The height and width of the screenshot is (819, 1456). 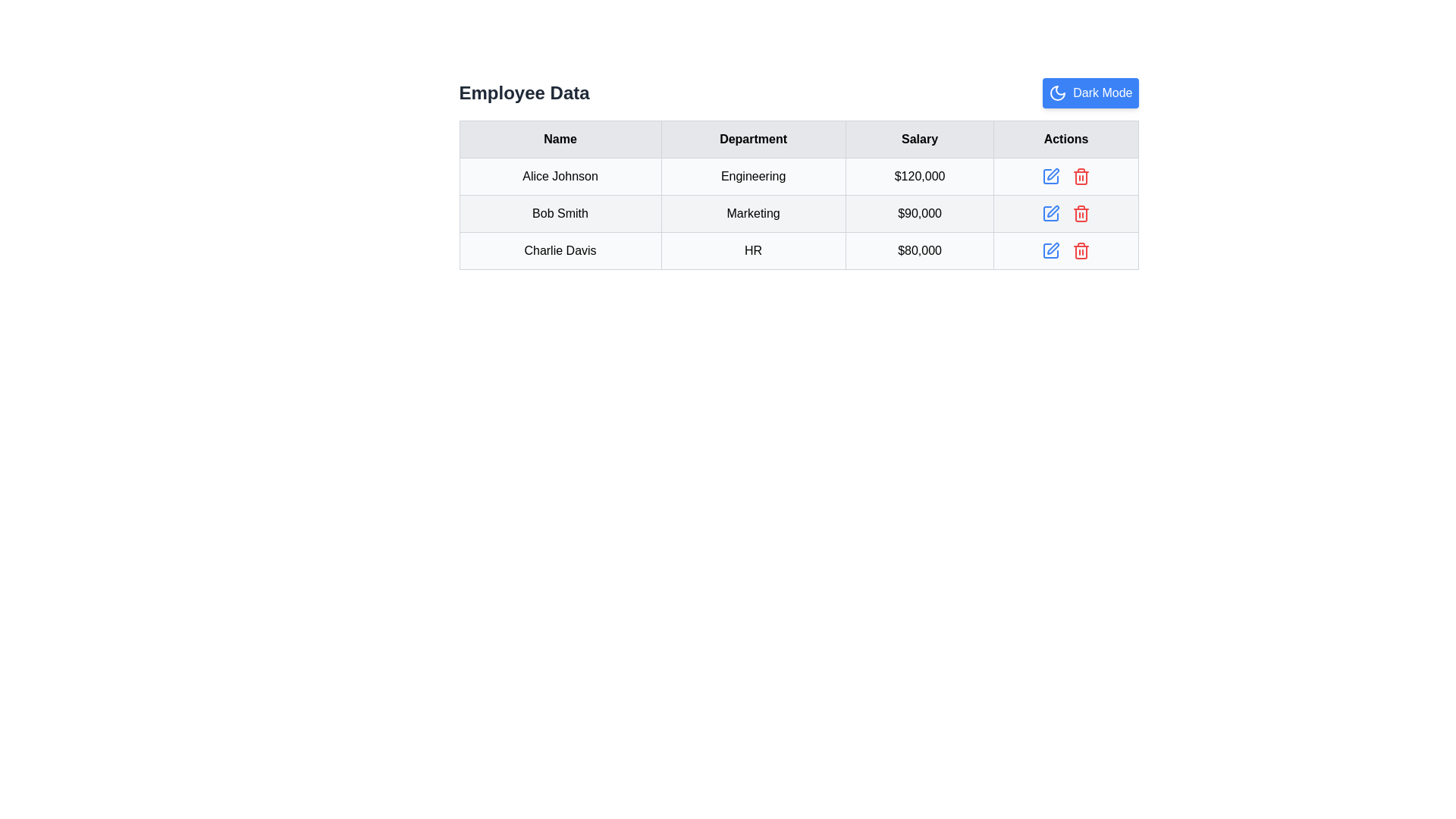 What do you see at coordinates (1050, 213) in the screenshot?
I see `the icon button with a pen graphic` at bounding box center [1050, 213].